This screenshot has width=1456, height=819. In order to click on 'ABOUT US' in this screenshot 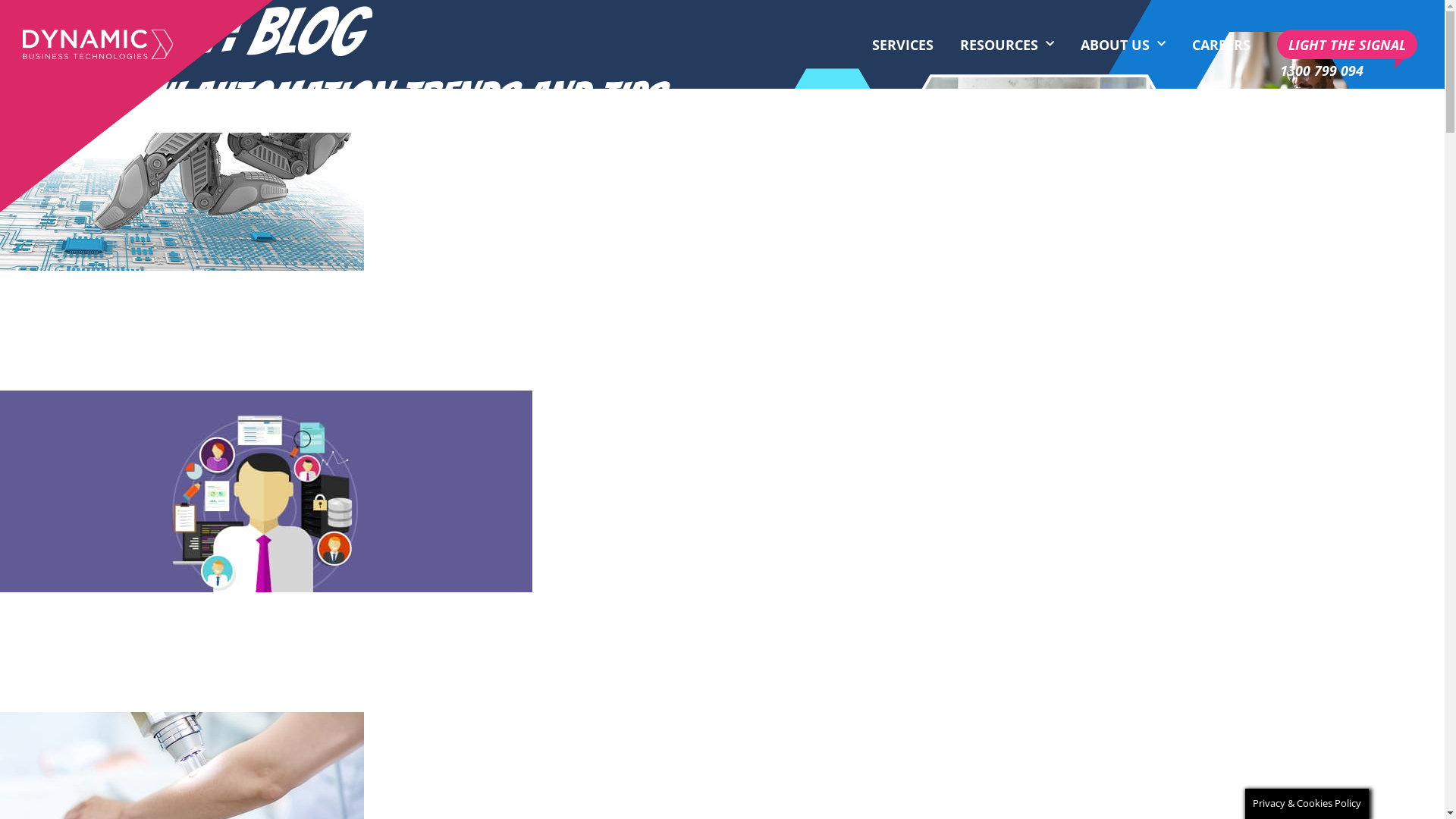, I will do `click(1123, 43)`.